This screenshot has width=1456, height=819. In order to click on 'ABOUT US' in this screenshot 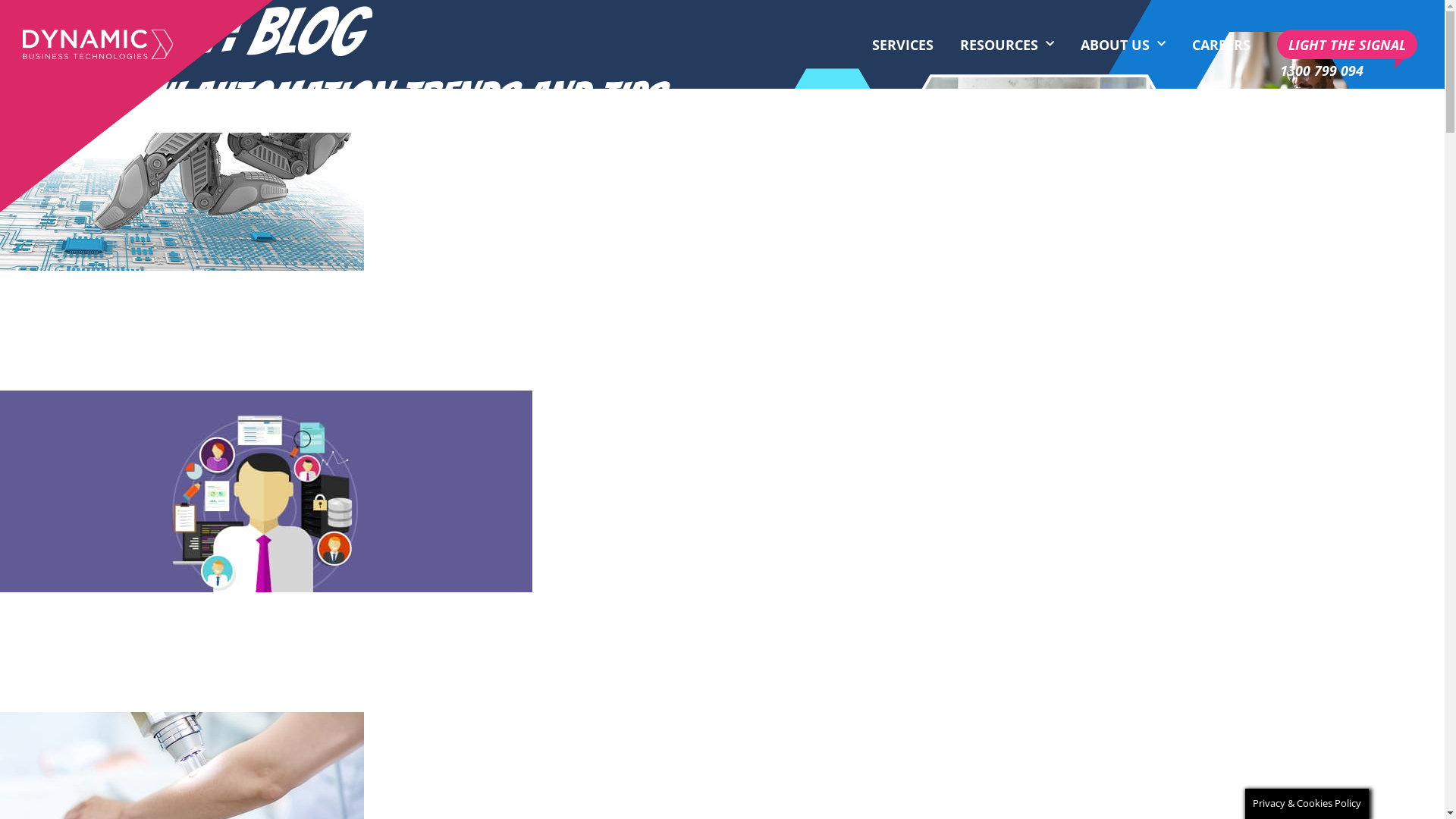, I will do `click(1123, 43)`.